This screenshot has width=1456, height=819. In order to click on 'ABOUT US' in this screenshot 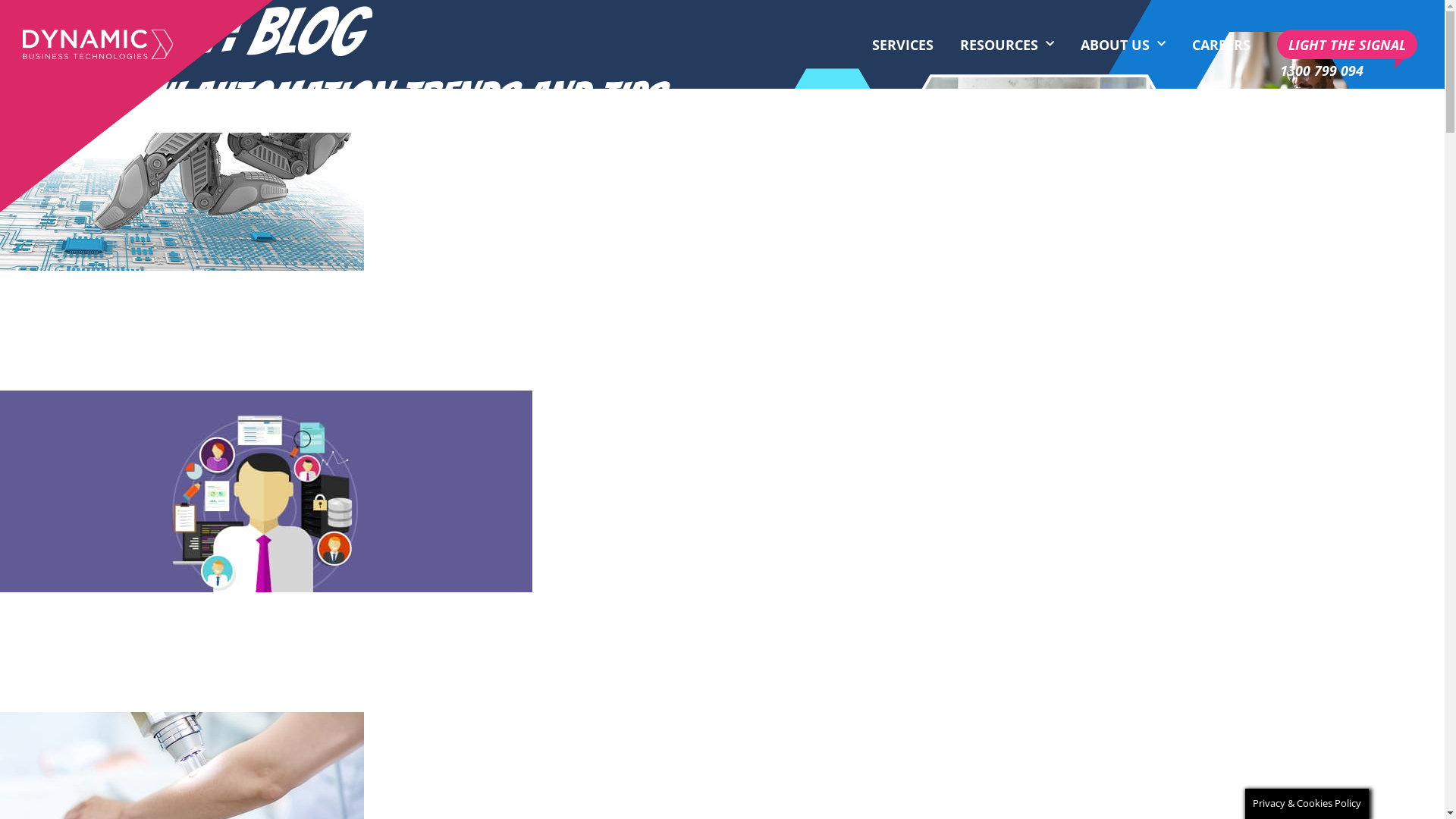, I will do `click(1123, 43)`.